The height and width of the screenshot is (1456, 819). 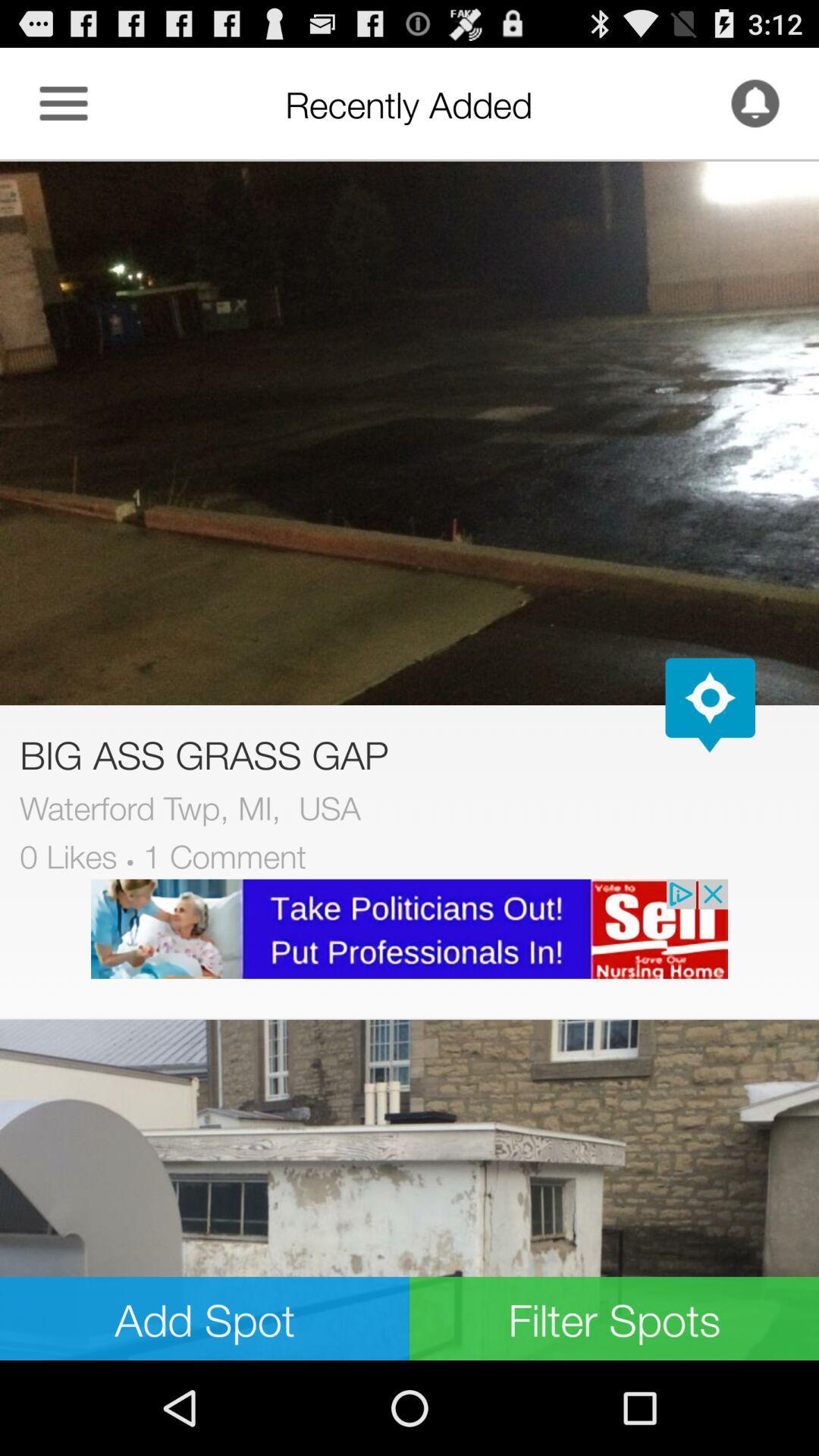 What do you see at coordinates (710, 704) in the screenshot?
I see `open map` at bounding box center [710, 704].